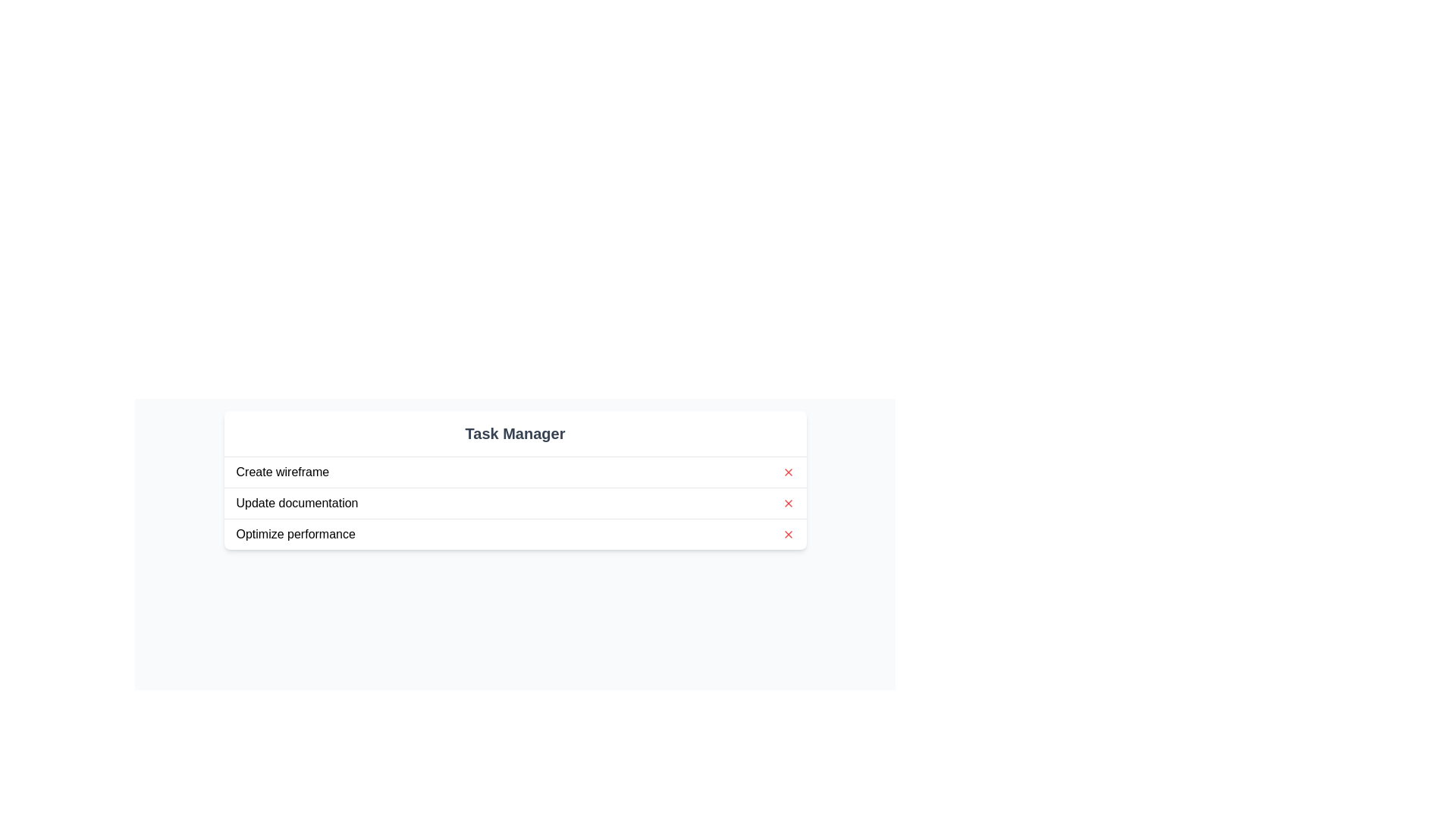  Describe the element at coordinates (788, 534) in the screenshot. I see `the clickable icon at the rightmost end of the 'Optimize performance' row in the task list` at that location.